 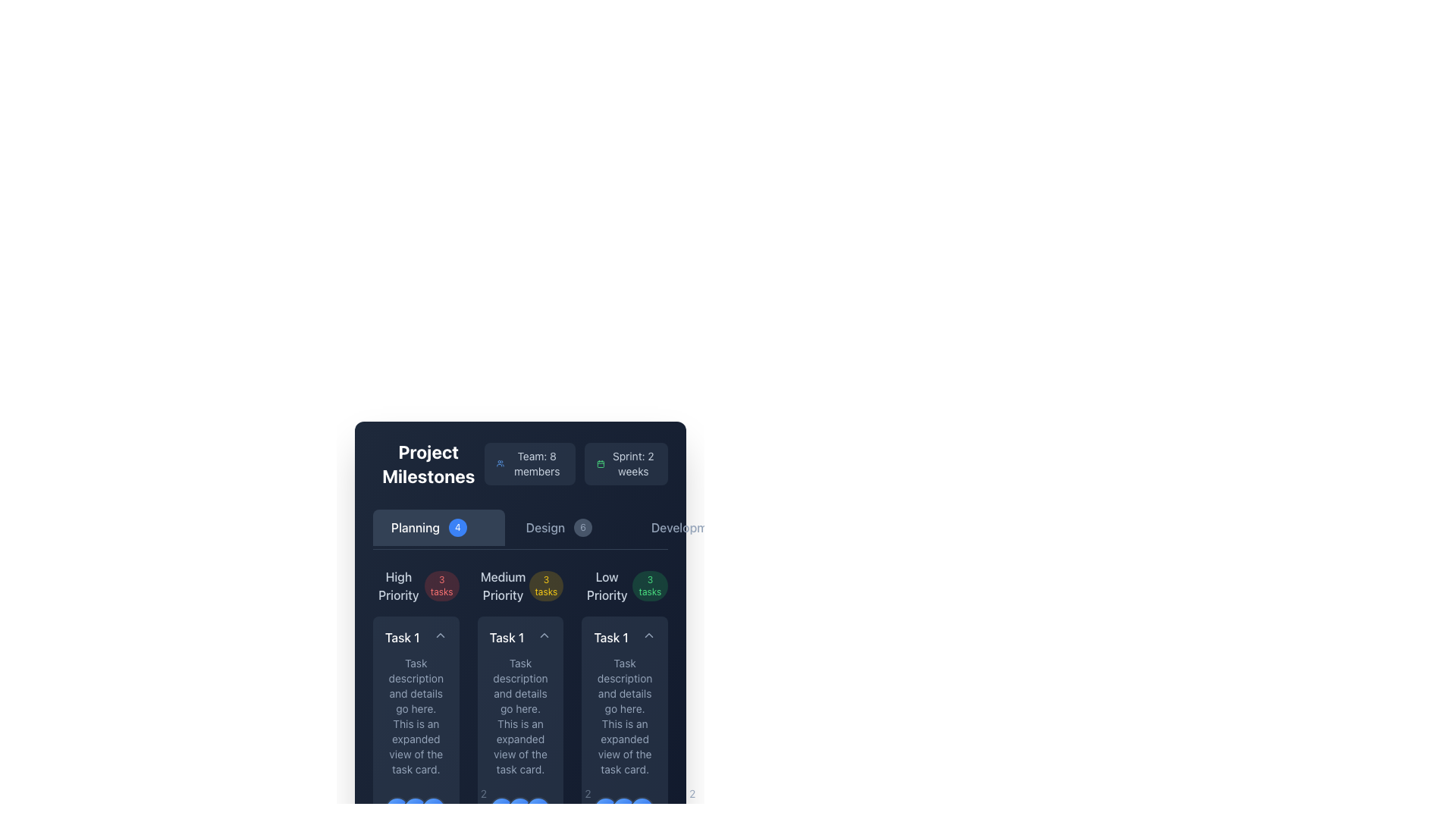 I want to click on the 'Design' tab button with the numeric badge '6', so click(x=568, y=526).